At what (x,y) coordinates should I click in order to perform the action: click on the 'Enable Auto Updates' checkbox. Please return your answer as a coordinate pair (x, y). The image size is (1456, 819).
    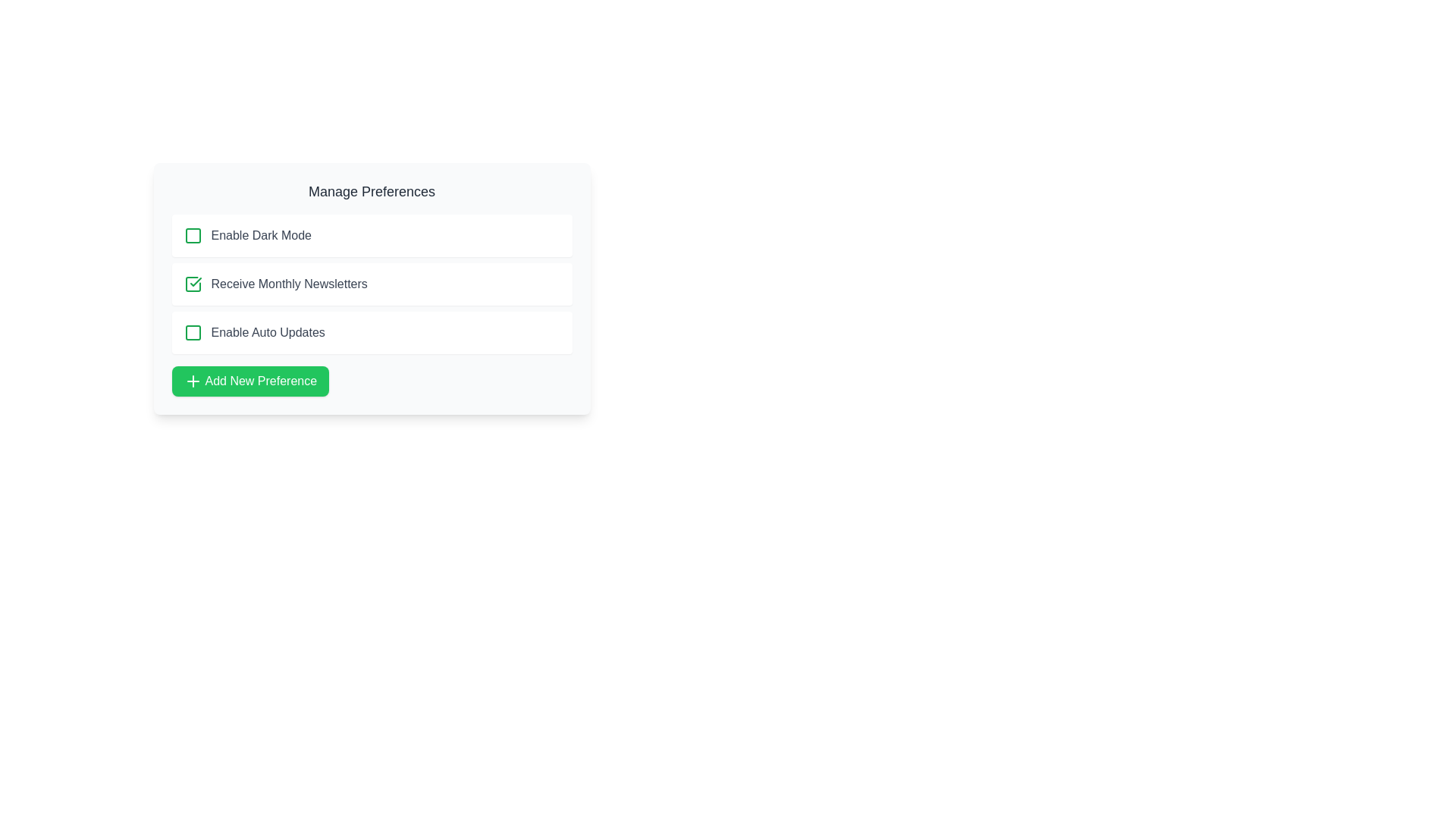
    Looking at the image, I should click on (372, 332).